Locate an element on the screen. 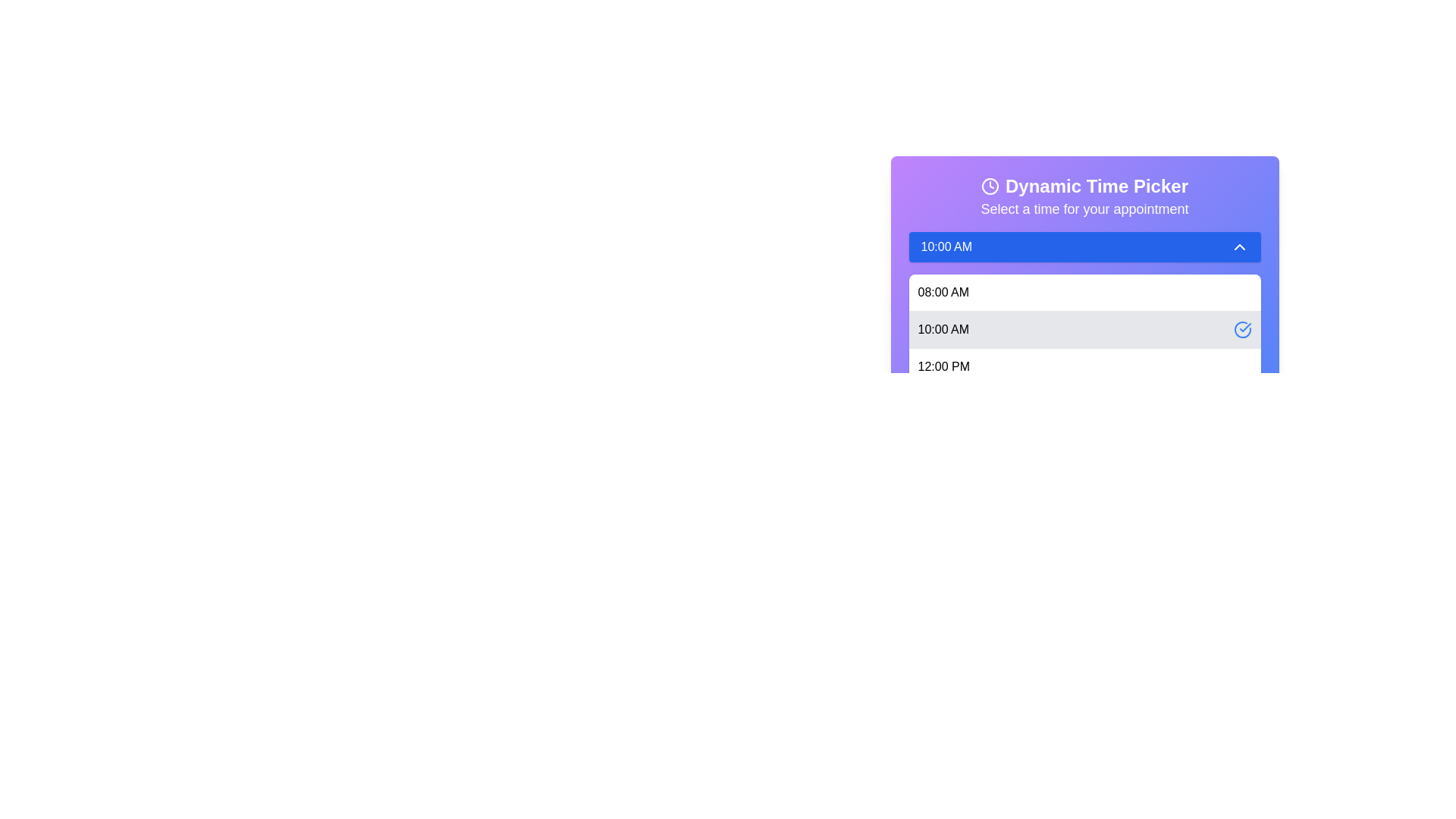 The width and height of the screenshot is (1456, 819). the second selectable time slot option in the dropdown list, which is located between '08:00 AM' and '12:00 PM' is located at coordinates (1084, 328).